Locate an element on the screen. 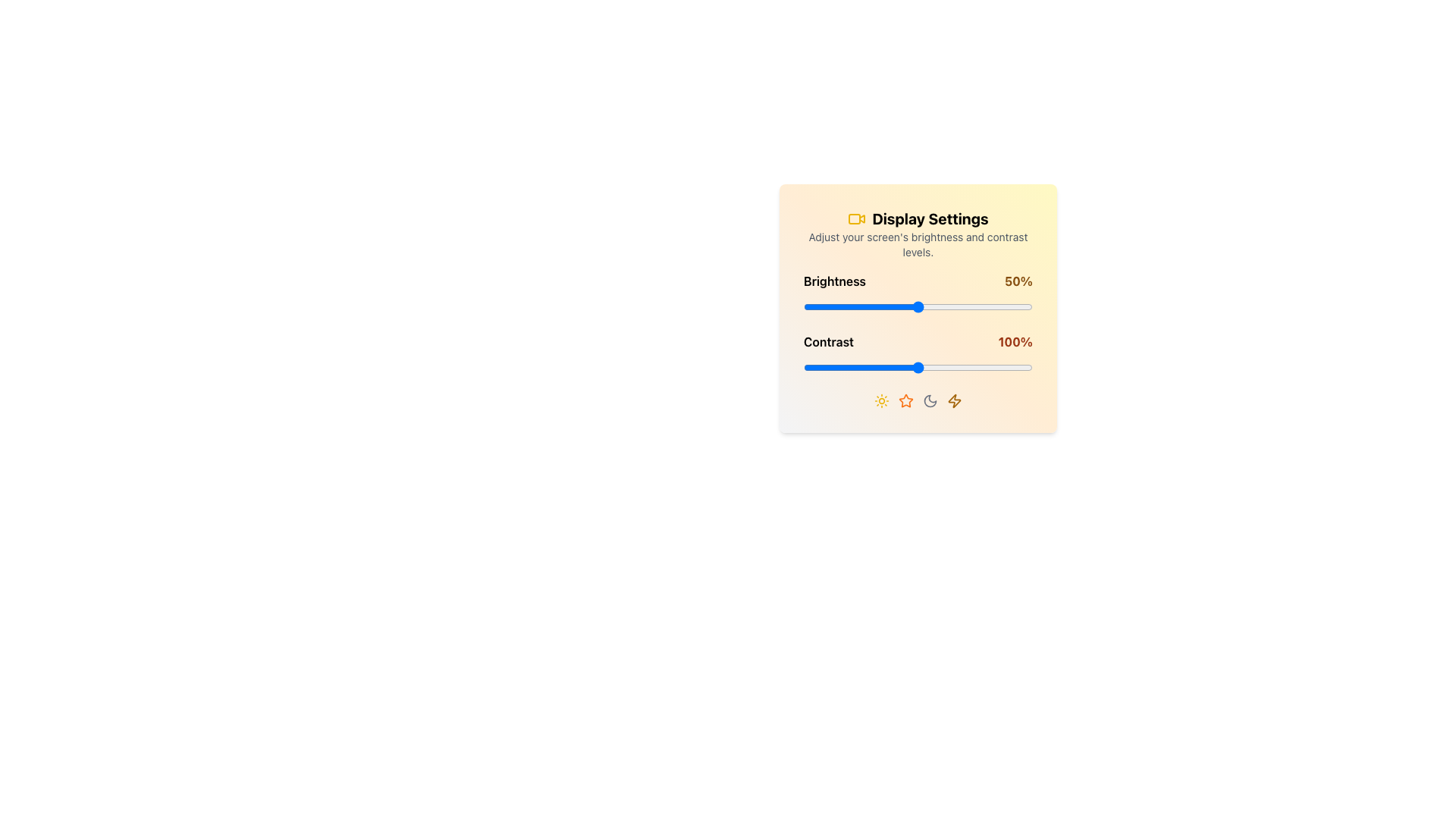  the brightness is located at coordinates (959, 307).